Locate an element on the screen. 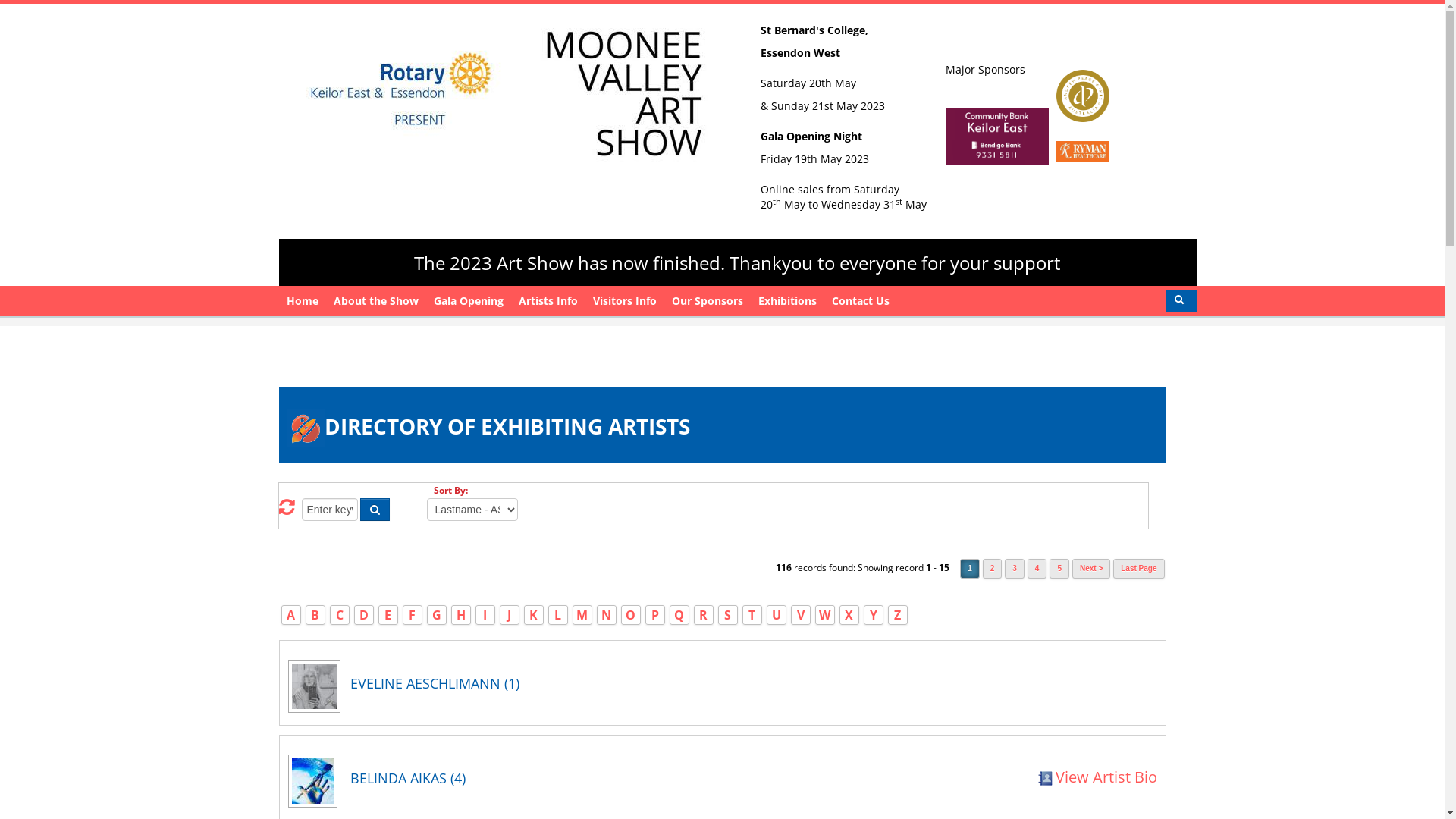 The width and height of the screenshot is (1456, 819). 'T' is located at coordinates (752, 614).